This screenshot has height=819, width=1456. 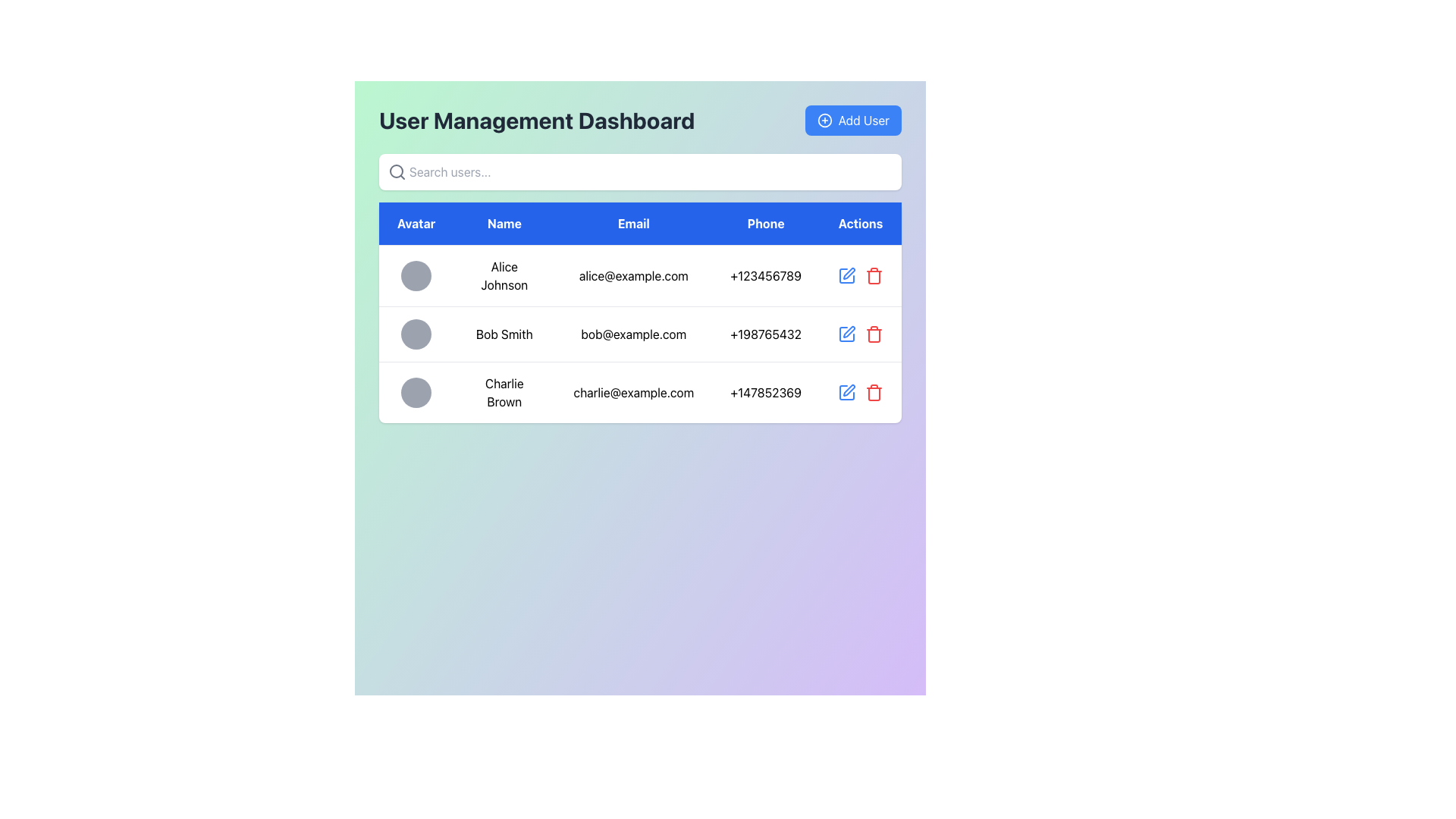 What do you see at coordinates (766, 224) in the screenshot?
I see `the 'Phone' header label in the user management dashboard, which indicates the data below corresponds to phone numbers of users` at bounding box center [766, 224].